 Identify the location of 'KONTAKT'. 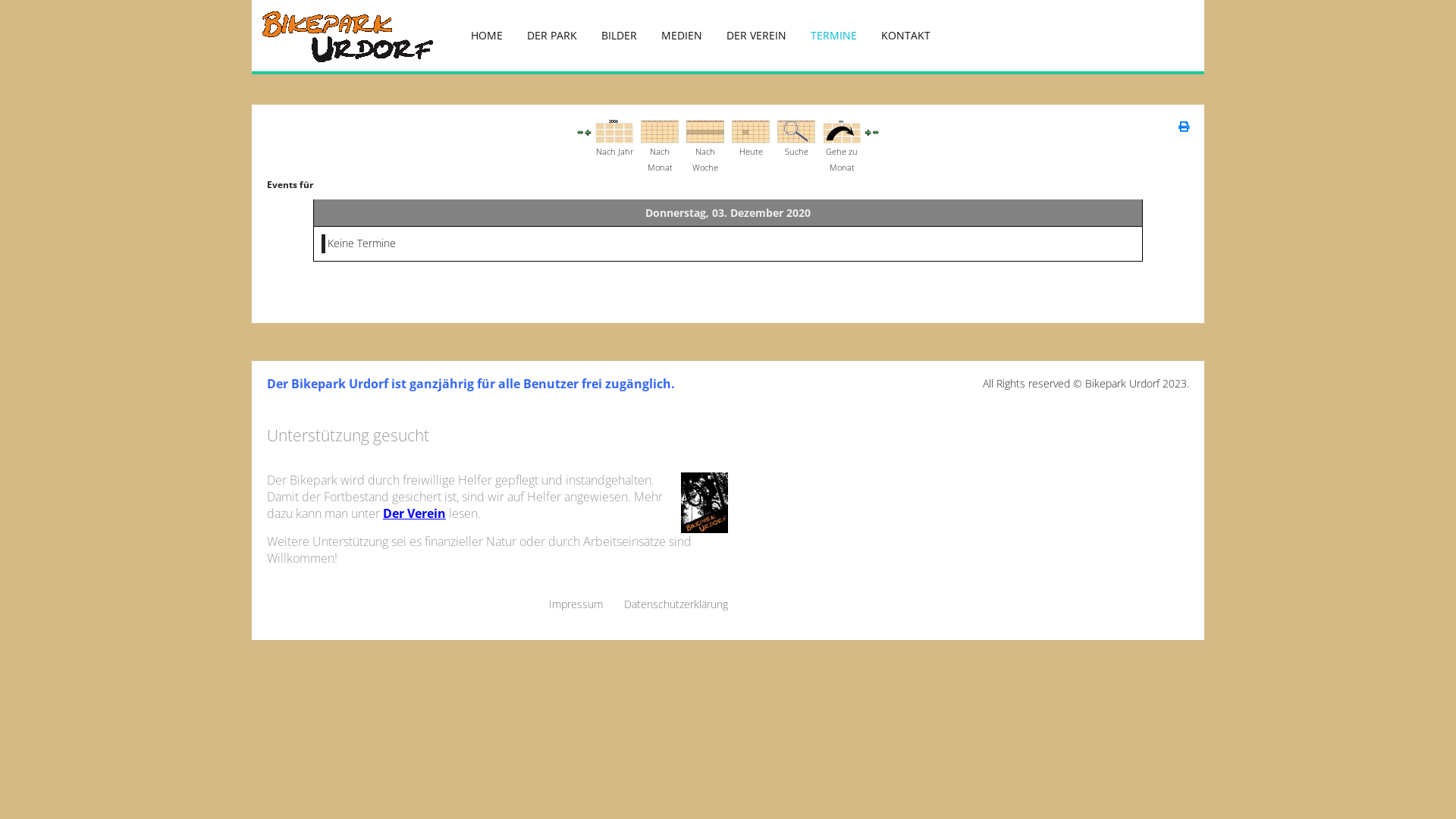
(905, 34).